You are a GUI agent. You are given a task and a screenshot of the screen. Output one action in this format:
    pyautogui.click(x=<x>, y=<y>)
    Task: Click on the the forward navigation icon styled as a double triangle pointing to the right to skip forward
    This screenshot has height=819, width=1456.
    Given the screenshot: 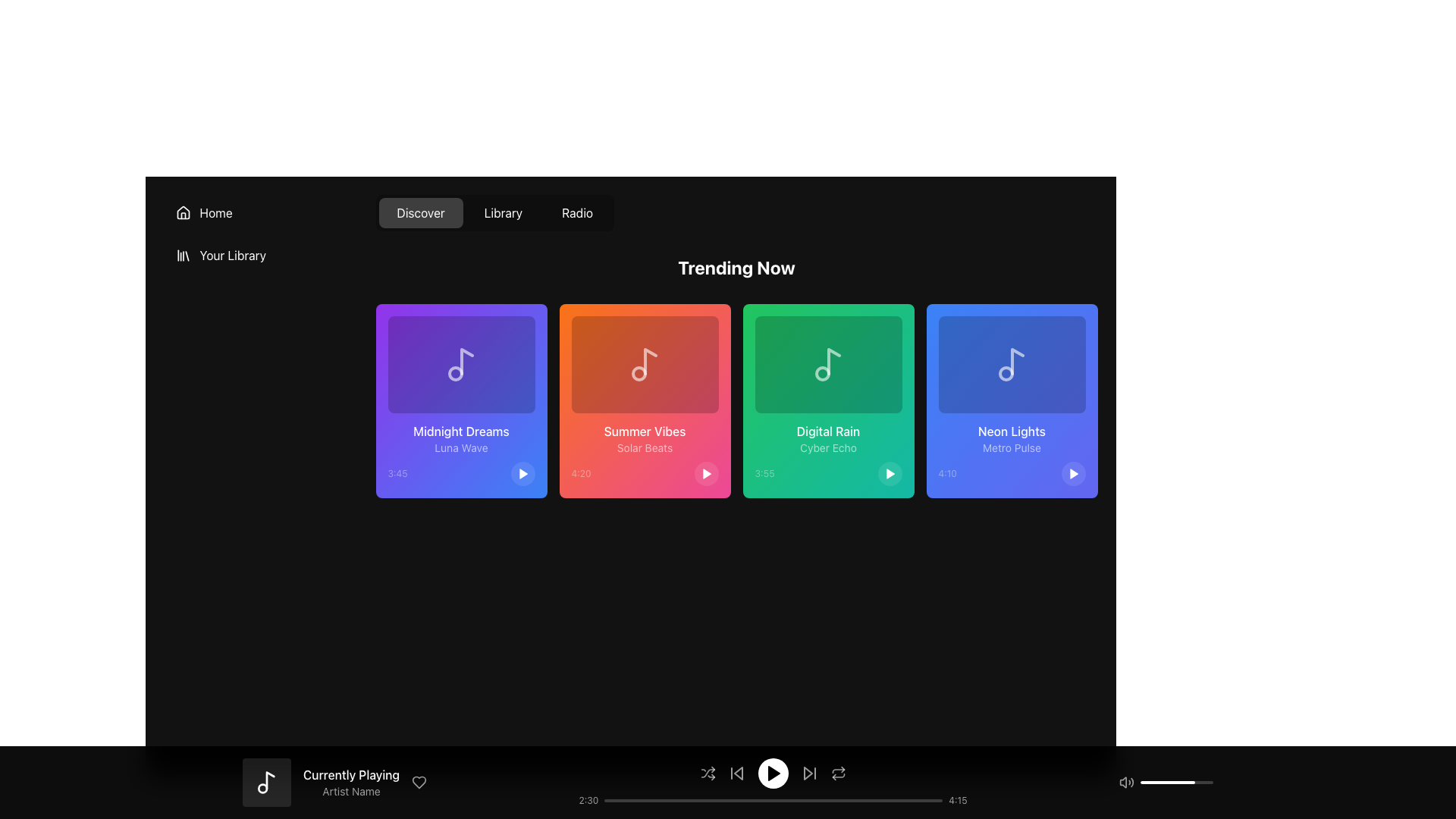 What is the action you would take?
    pyautogui.click(x=808, y=773)
    